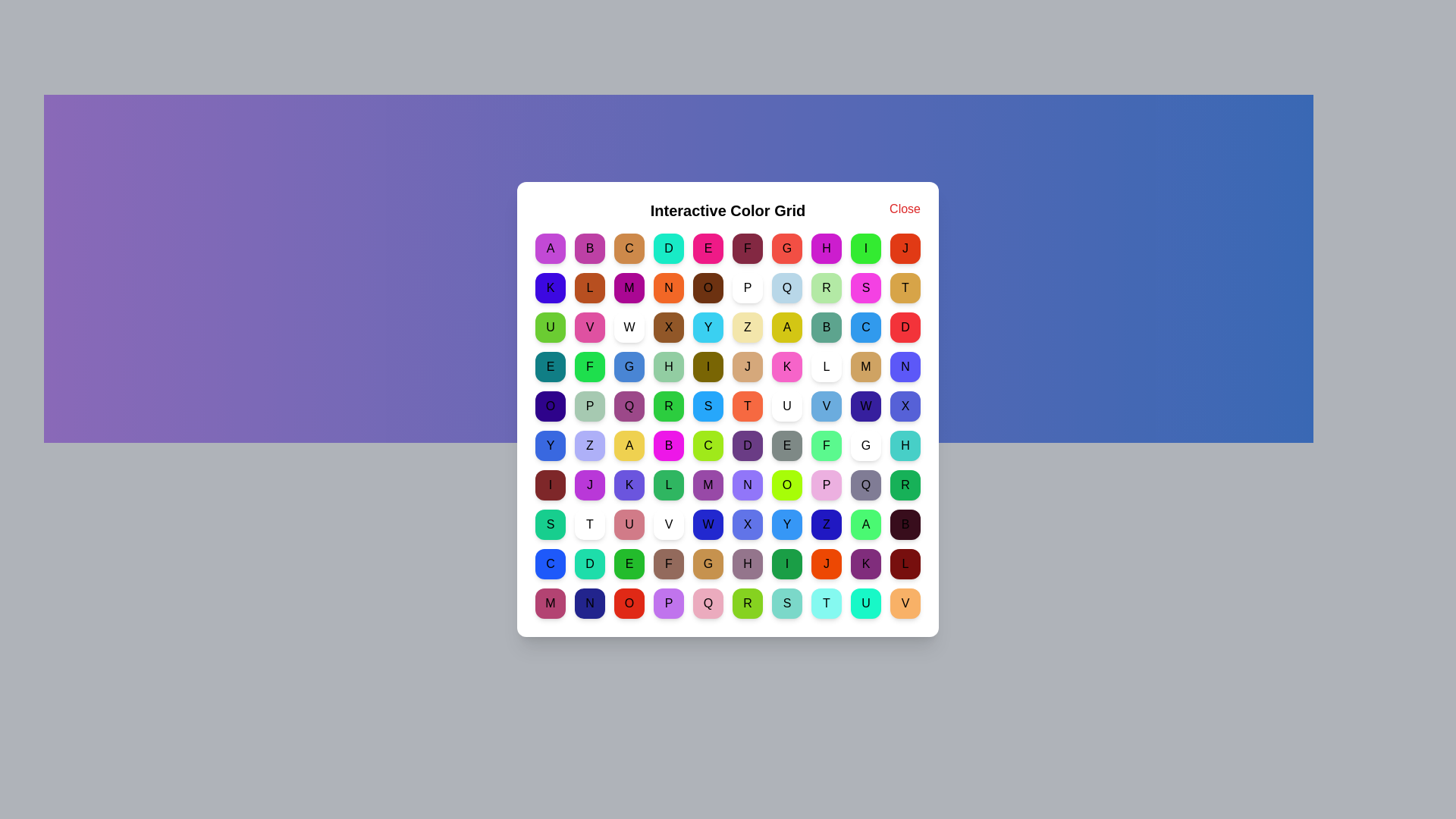  What do you see at coordinates (905, 209) in the screenshot?
I see `the 'Close' button to close the dialog` at bounding box center [905, 209].